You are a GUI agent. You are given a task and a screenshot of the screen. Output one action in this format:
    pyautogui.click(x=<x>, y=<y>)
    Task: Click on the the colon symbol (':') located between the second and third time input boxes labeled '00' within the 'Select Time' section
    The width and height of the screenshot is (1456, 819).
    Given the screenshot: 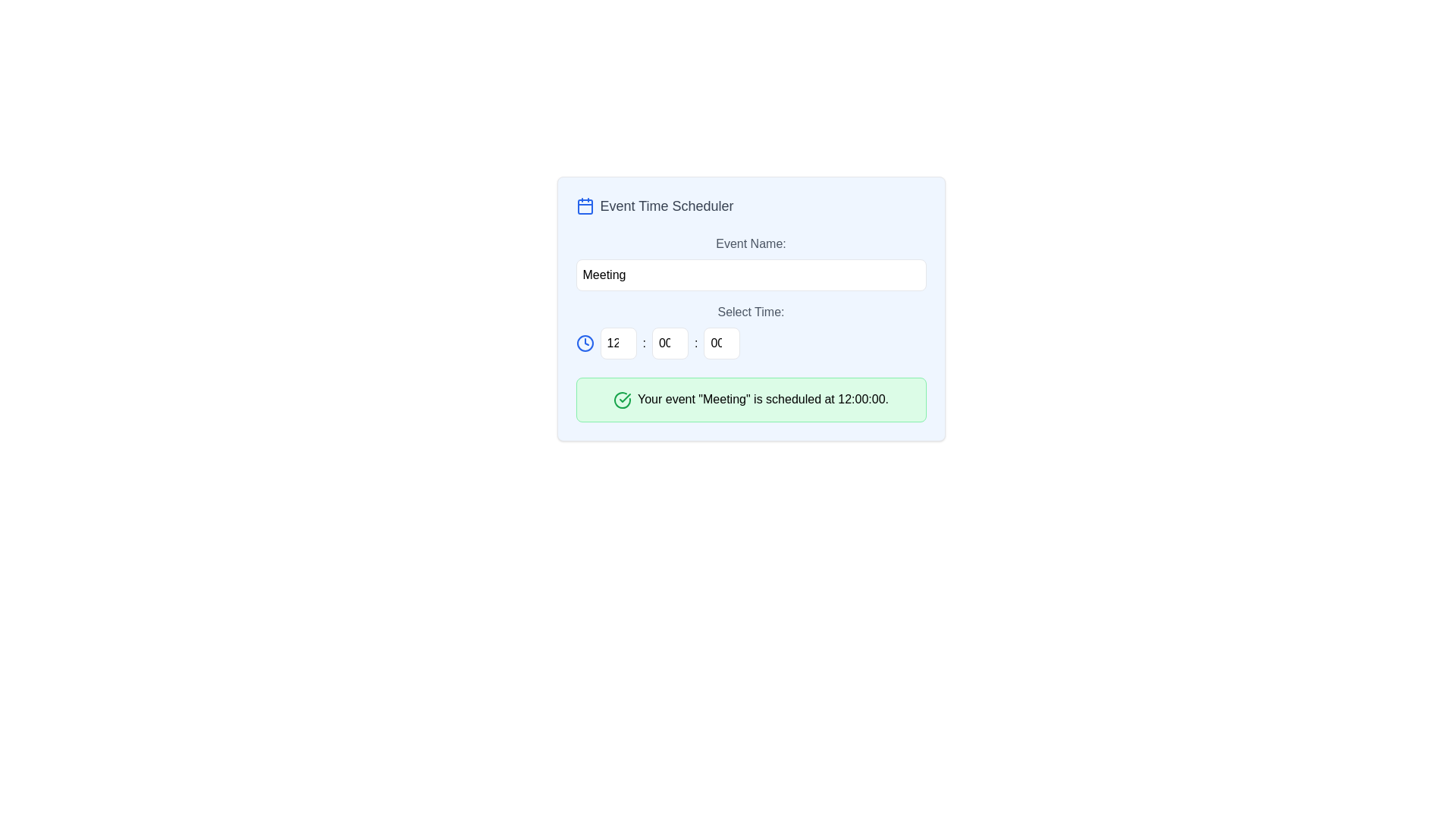 What is the action you would take?
    pyautogui.click(x=695, y=343)
    